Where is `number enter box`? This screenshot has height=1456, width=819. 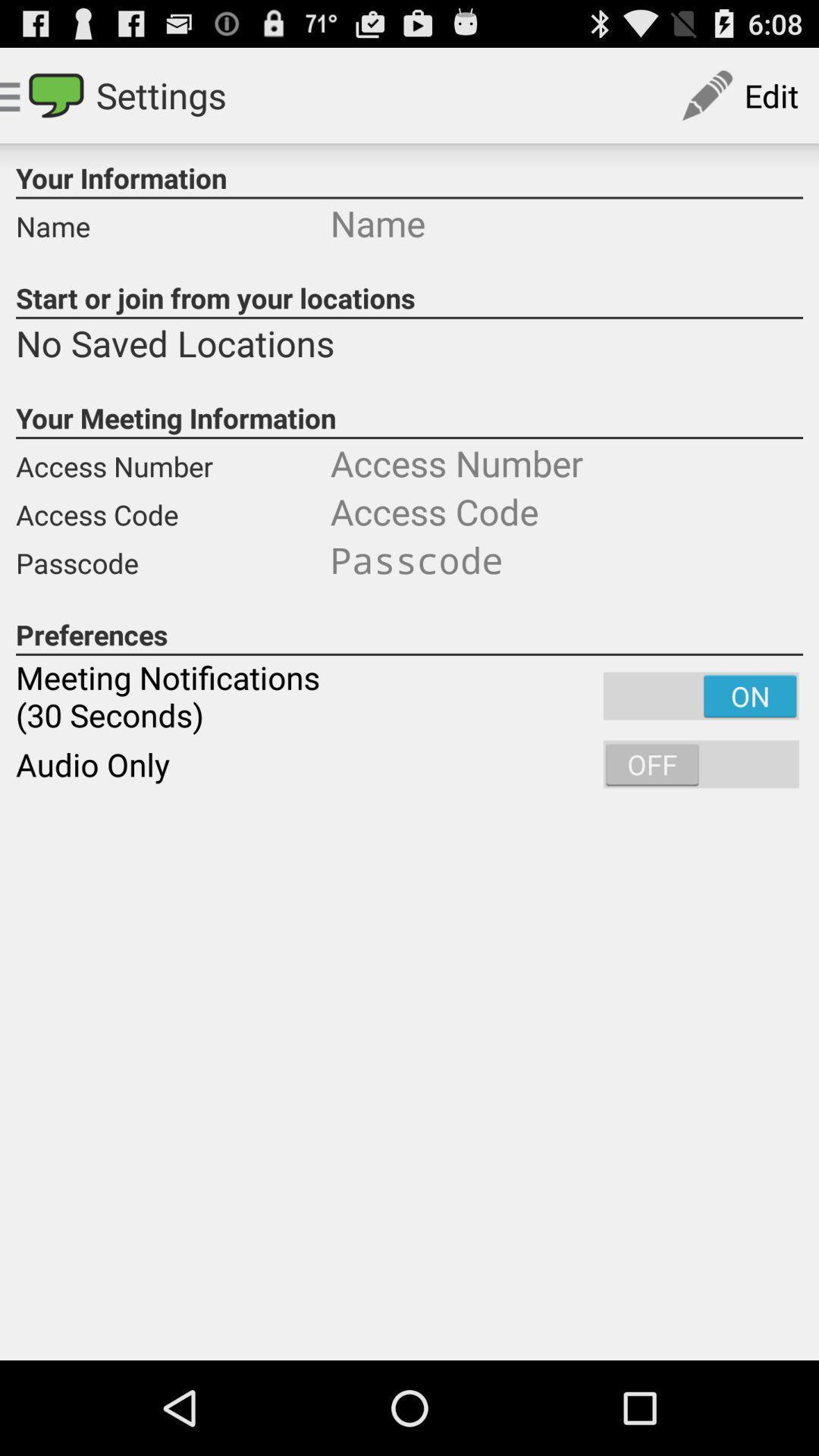
number enter box is located at coordinates (566, 462).